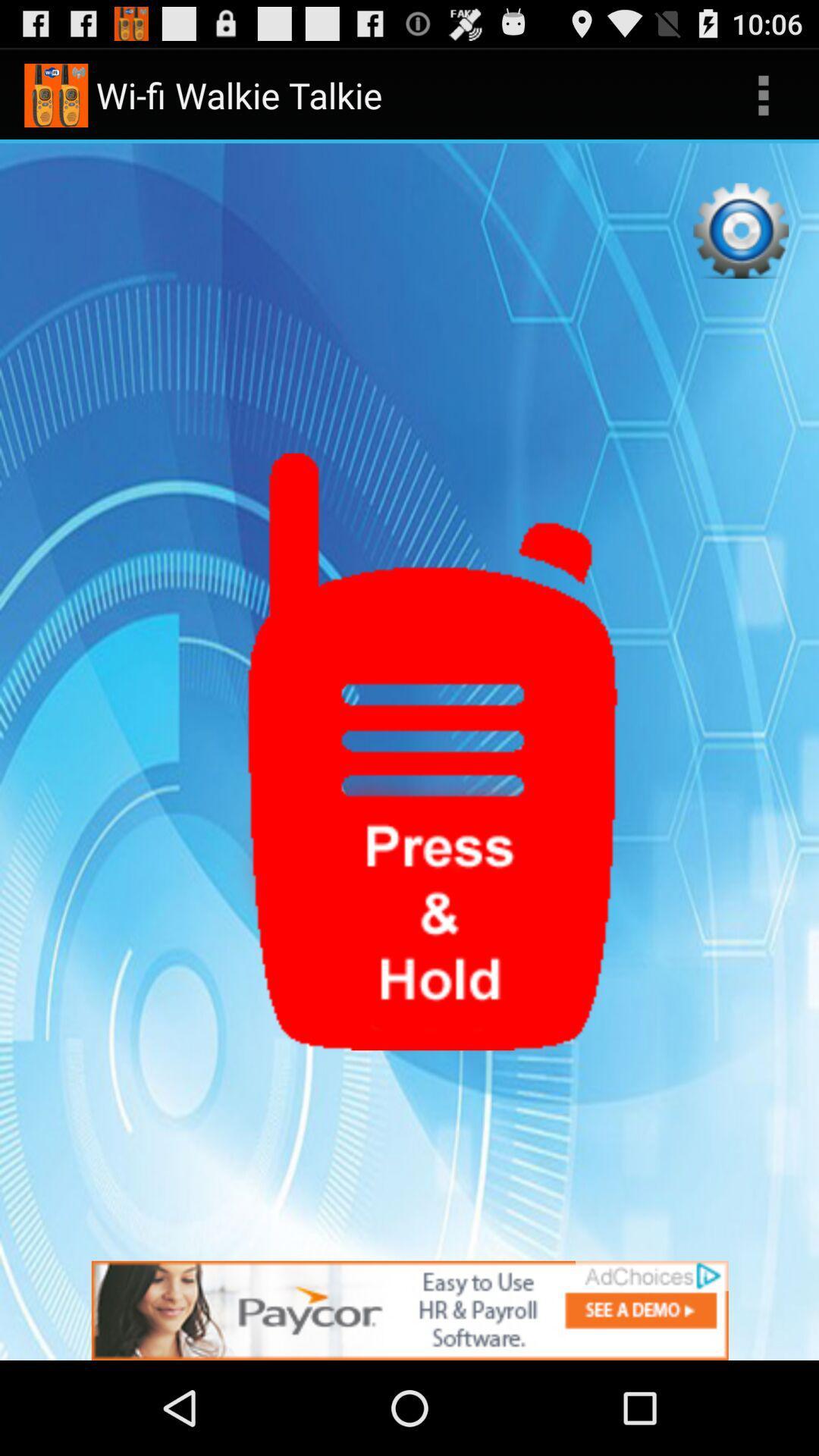  What do you see at coordinates (409, 1310) in the screenshot?
I see `advertisement option` at bounding box center [409, 1310].